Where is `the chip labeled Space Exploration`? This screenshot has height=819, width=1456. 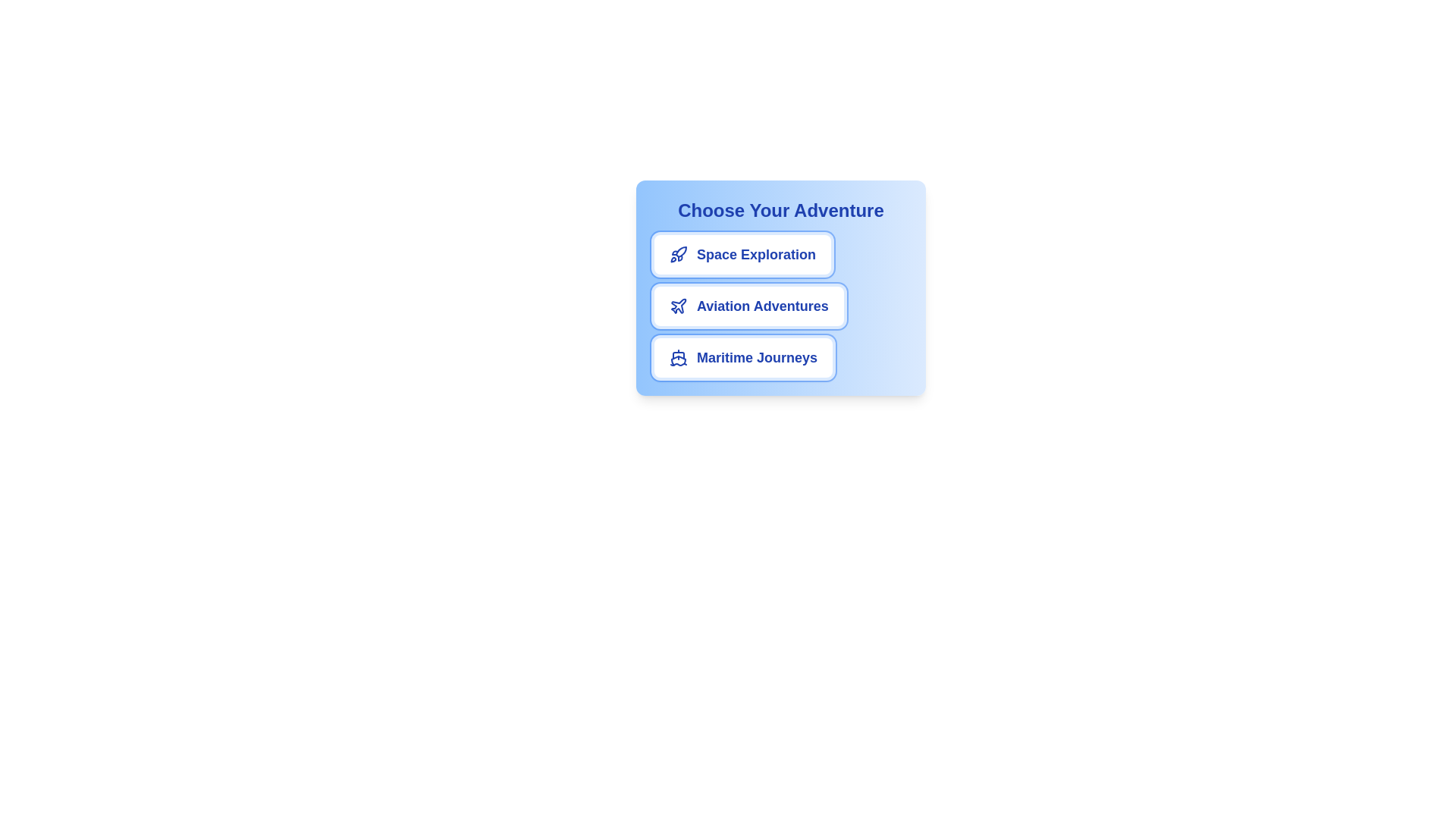
the chip labeled Space Exploration is located at coordinates (742, 253).